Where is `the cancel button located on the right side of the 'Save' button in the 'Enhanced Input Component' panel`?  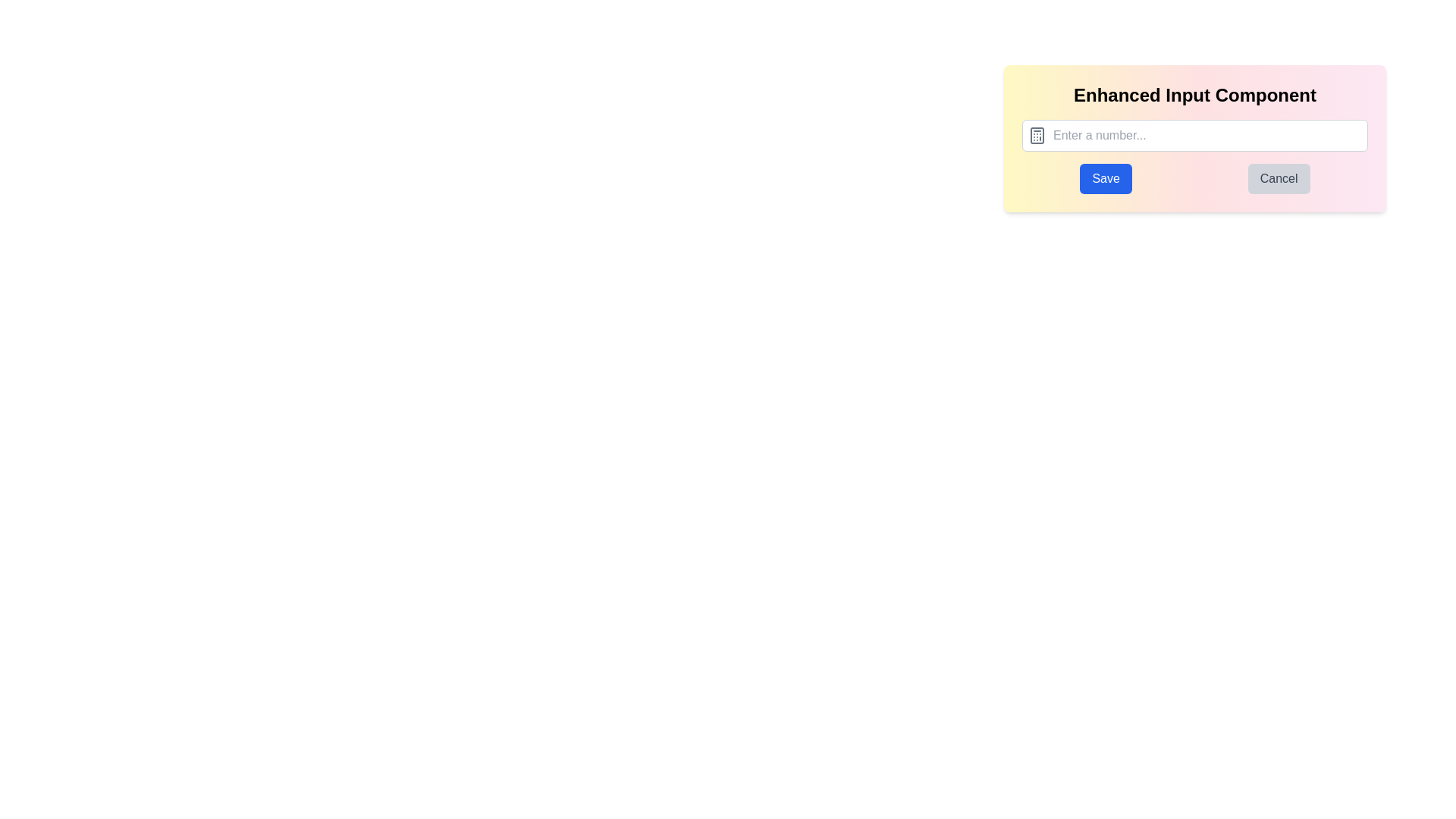 the cancel button located on the right side of the 'Save' button in the 'Enhanced Input Component' panel is located at coordinates (1278, 177).